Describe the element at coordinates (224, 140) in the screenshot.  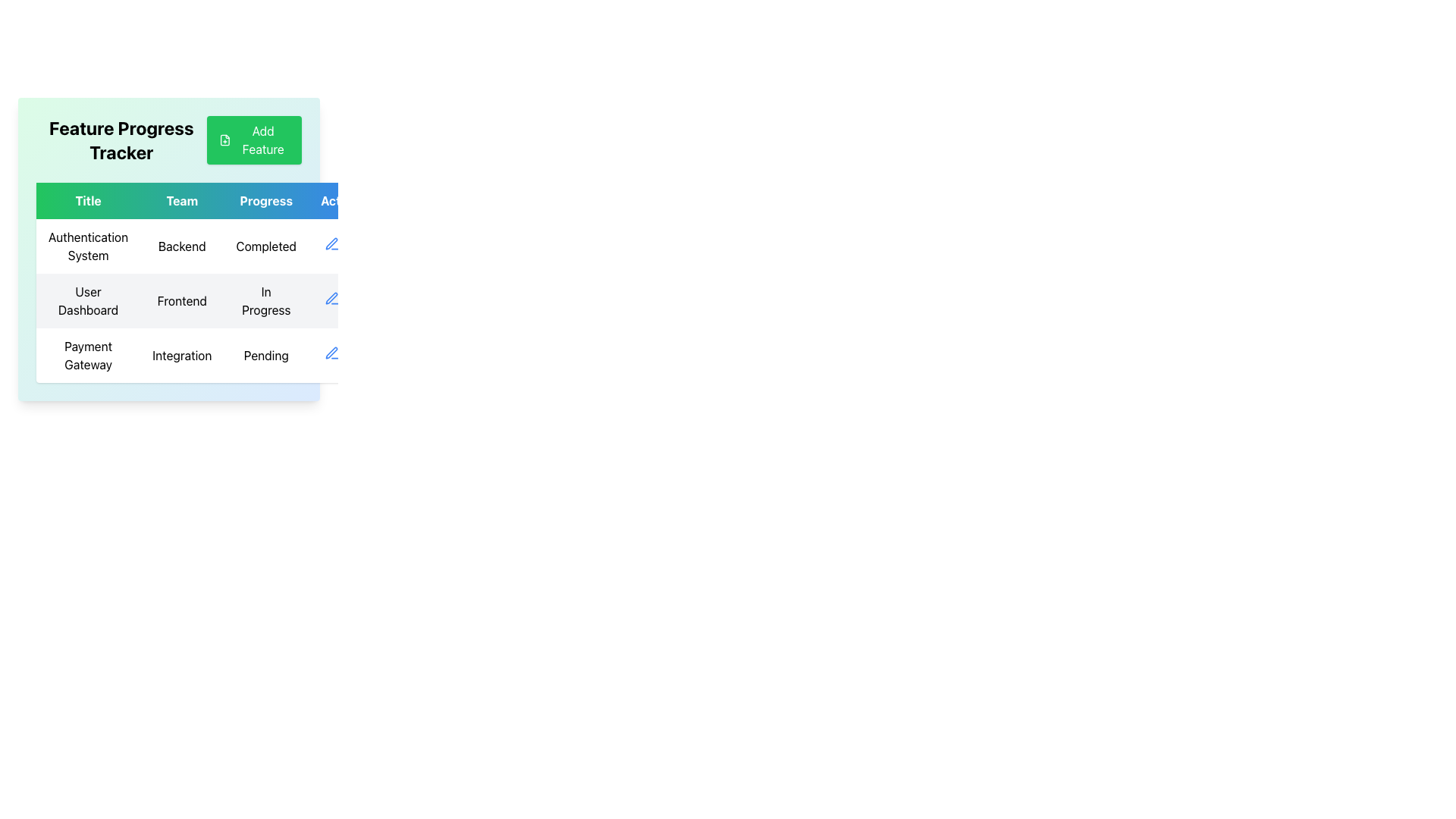
I see `the green 'Add Feature' icon with a document and a plus sign to potentially trigger a tooltip or visual feedback` at that location.